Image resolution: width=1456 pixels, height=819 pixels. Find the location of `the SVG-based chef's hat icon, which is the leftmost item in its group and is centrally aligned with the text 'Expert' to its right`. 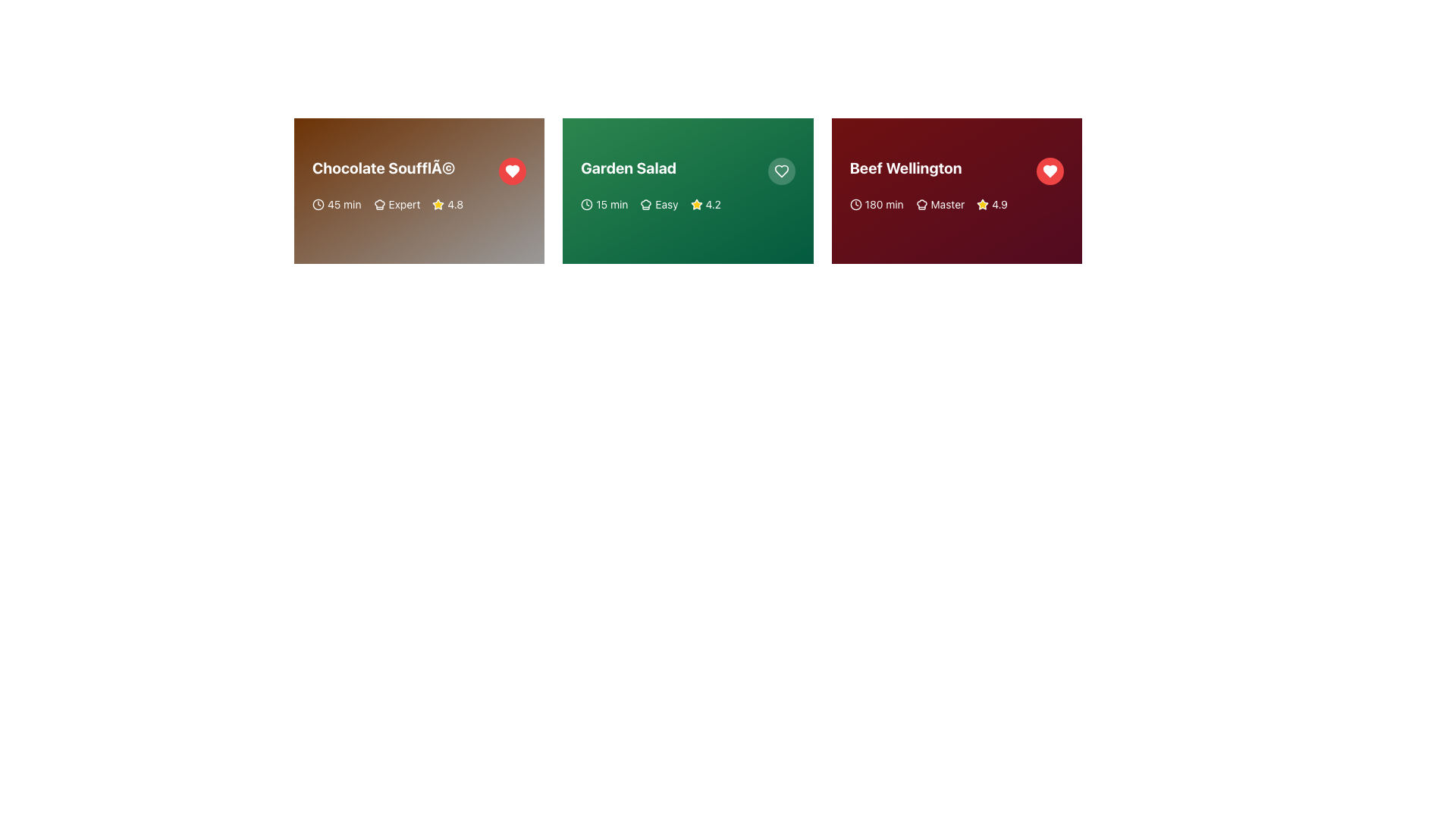

the SVG-based chef's hat icon, which is the leftmost item in its group and is centrally aligned with the text 'Expert' to its right is located at coordinates (379, 205).